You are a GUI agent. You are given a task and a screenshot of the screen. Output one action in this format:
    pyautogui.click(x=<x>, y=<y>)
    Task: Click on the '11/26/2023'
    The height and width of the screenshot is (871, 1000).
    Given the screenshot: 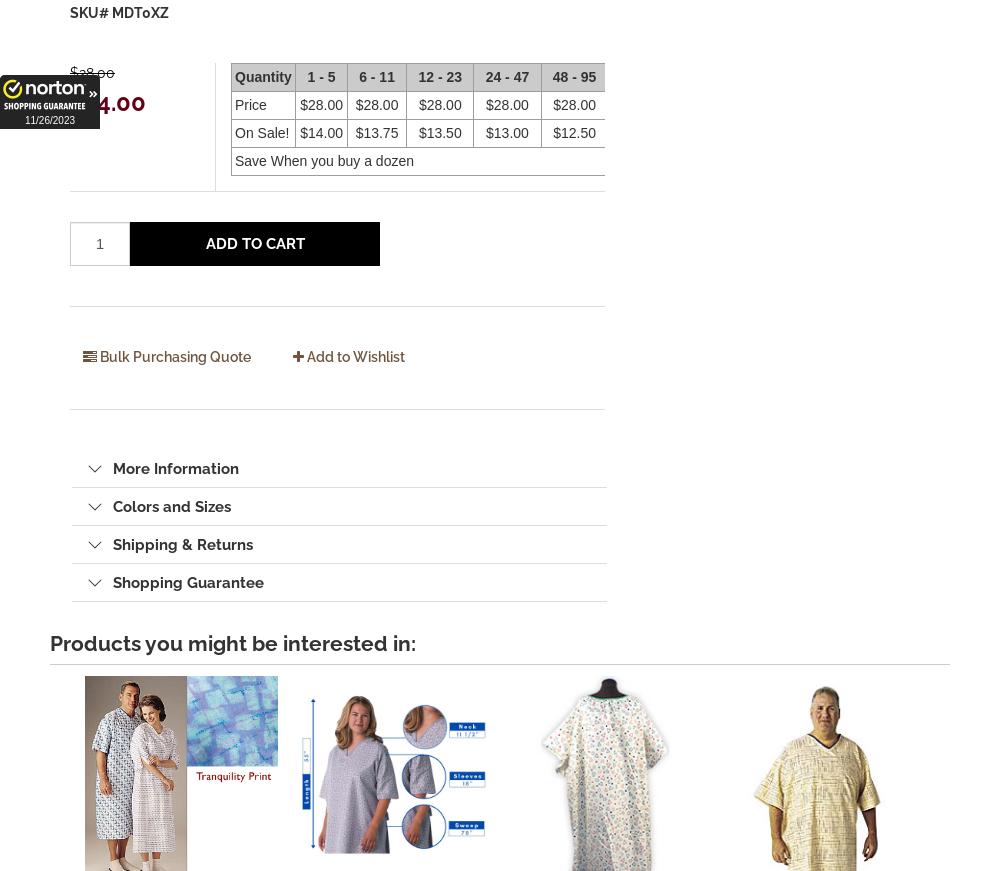 What is the action you would take?
    pyautogui.click(x=49, y=119)
    